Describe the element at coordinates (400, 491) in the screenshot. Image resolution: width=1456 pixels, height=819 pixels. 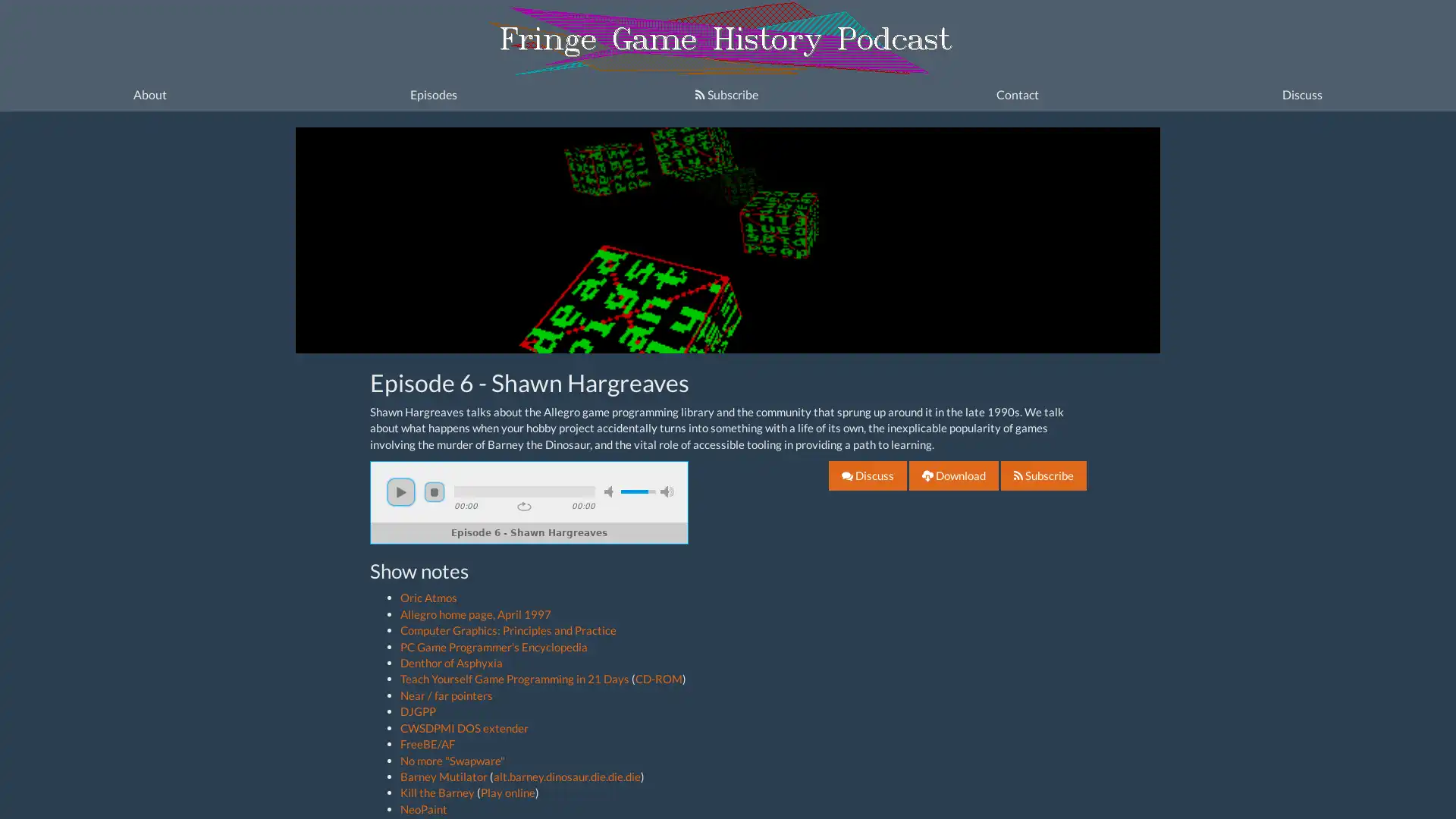
I see `play` at that location.